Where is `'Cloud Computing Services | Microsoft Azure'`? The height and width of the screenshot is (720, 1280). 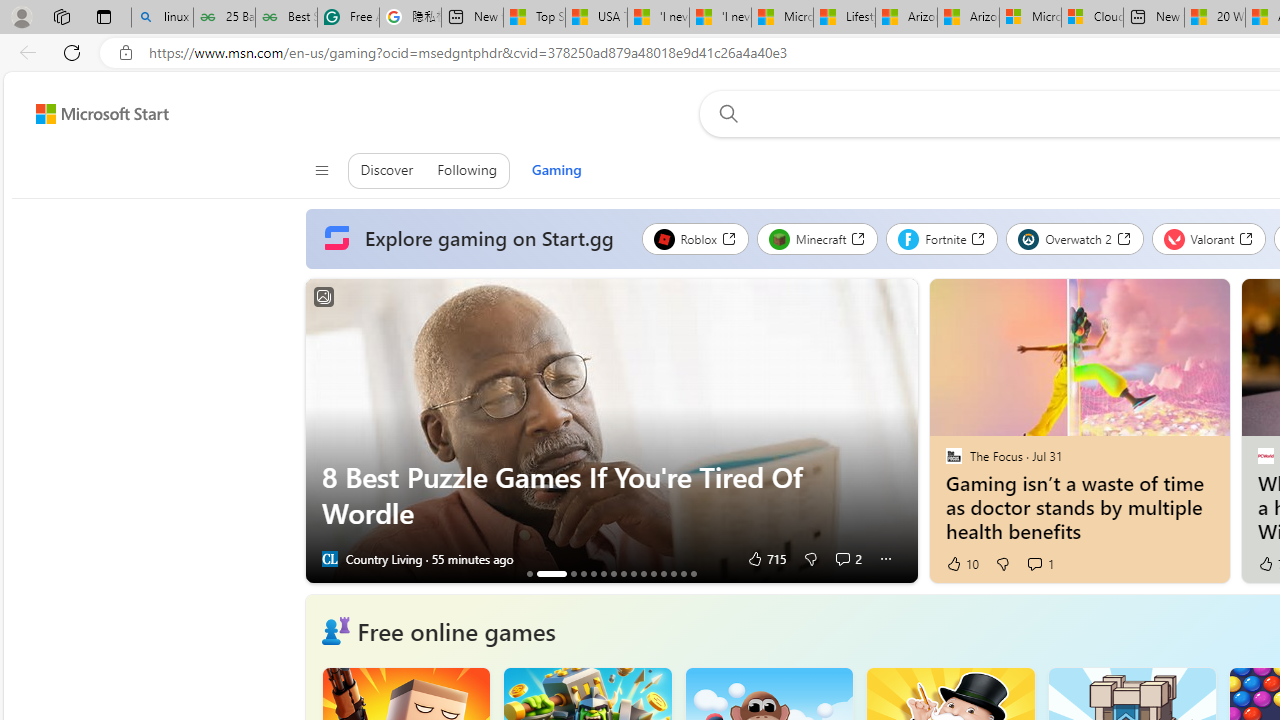
'Cloud Computing Services | Microsoft Azure' is located at coordinates (1091, 17).